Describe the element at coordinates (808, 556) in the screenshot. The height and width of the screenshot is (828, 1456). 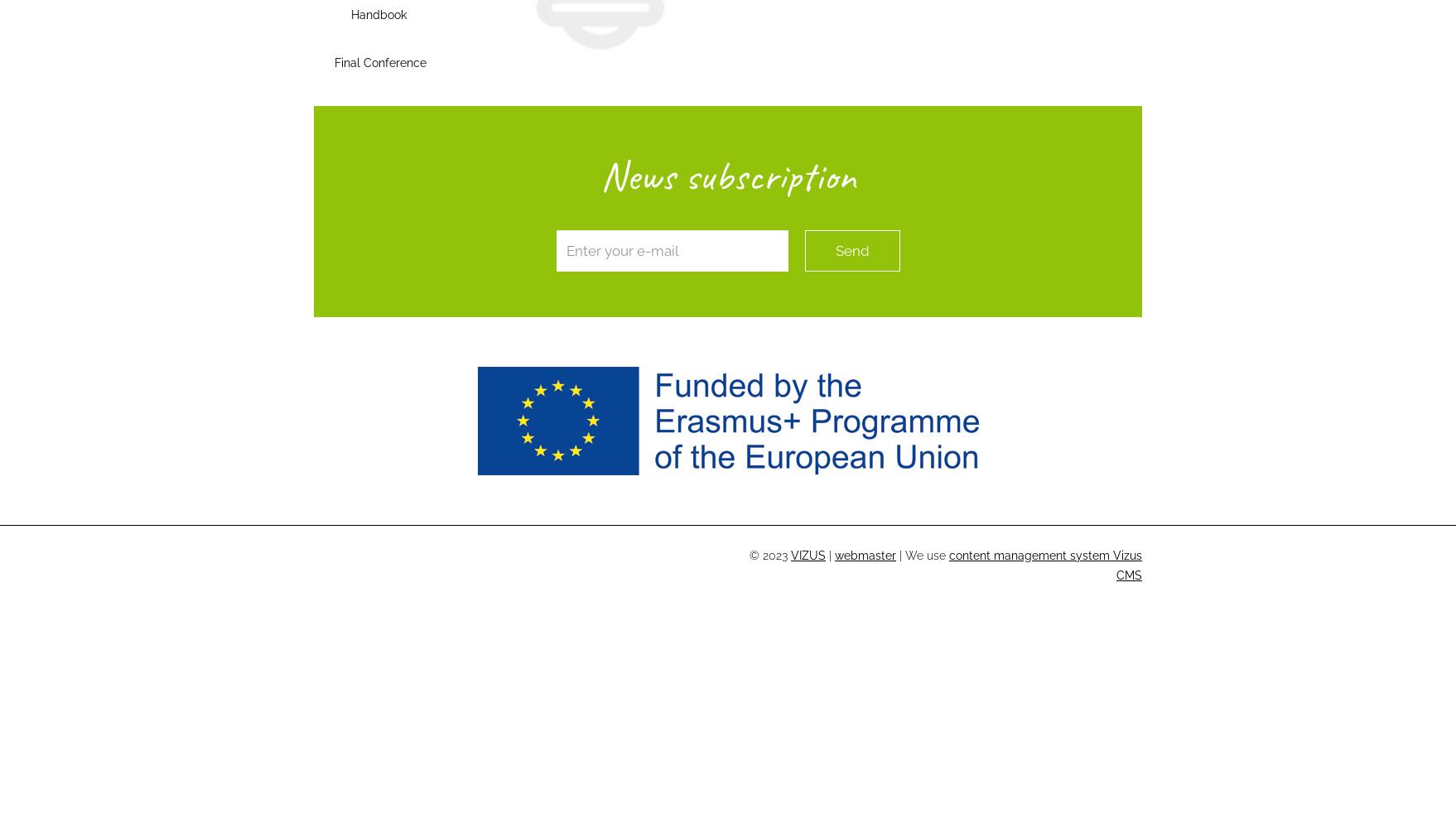
I see `'VIZUS'` at that location.